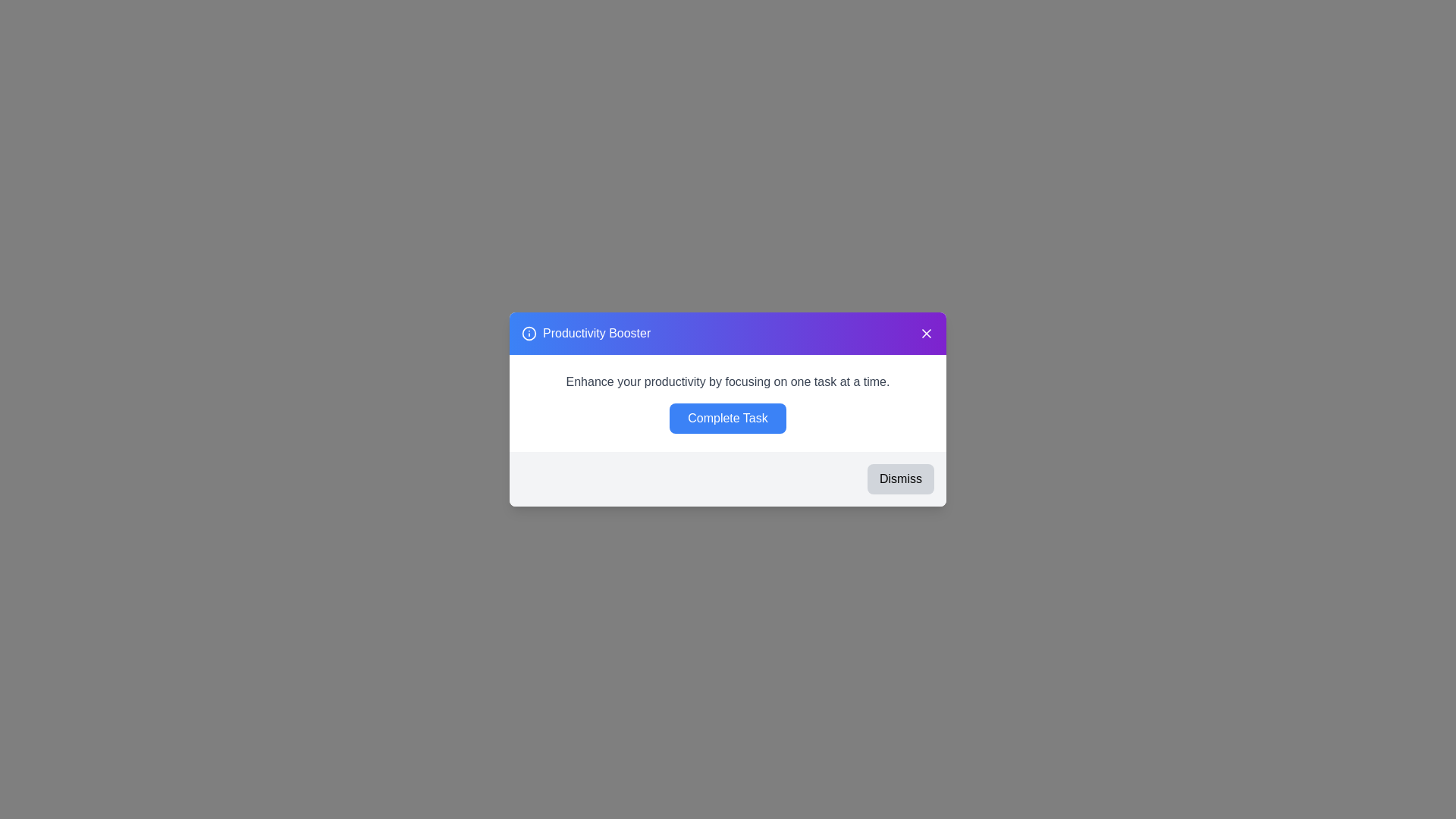 The height and width of the screenshot is (819, 1456). Describe the element at coordinates (901, 479) in the screenshot. I see `the 'Dismiss' button to close the dialog` at that location.